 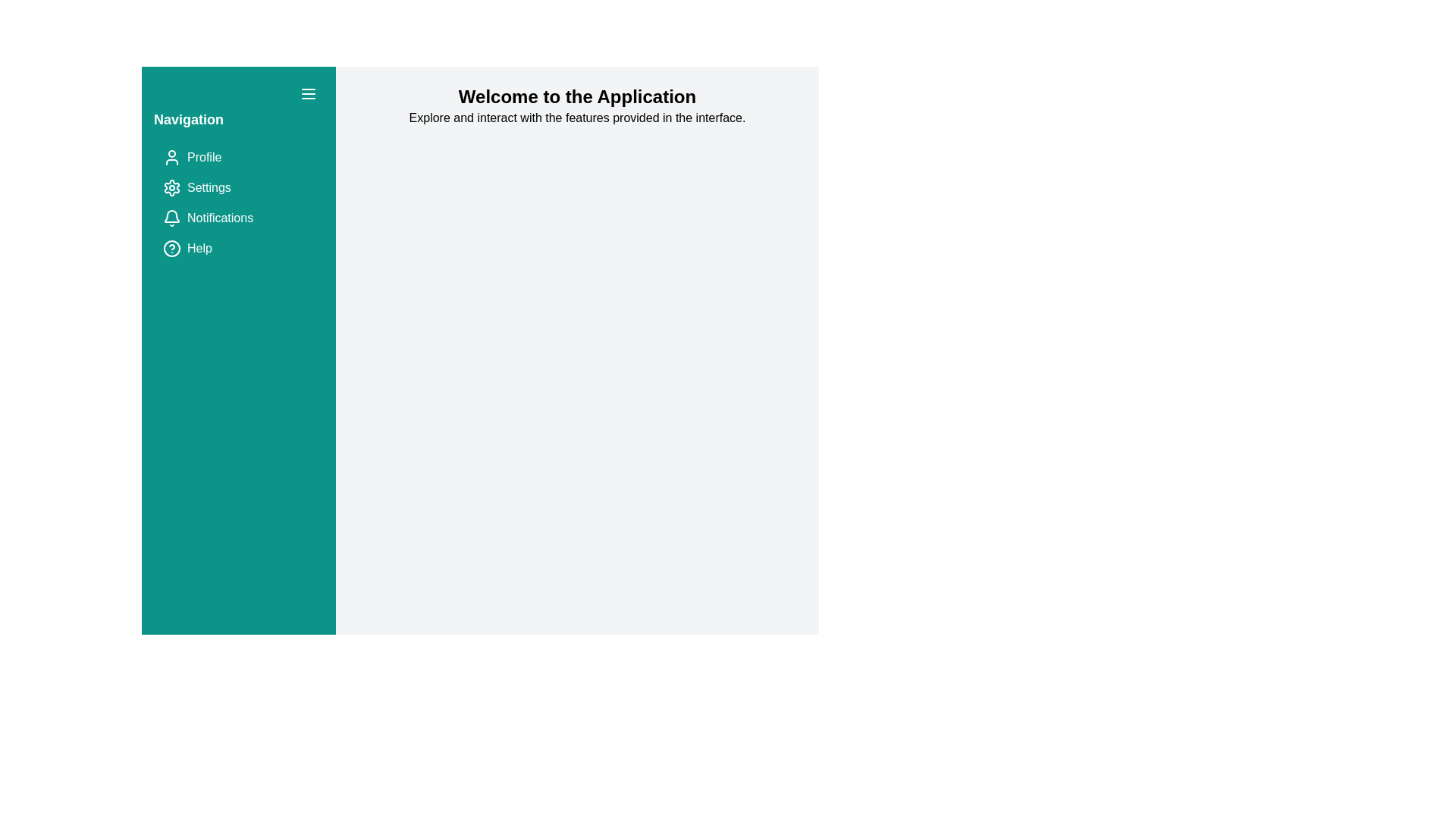 I want to click on the navigation item Help to navigate to the respective section, so click(x=238, y=247).